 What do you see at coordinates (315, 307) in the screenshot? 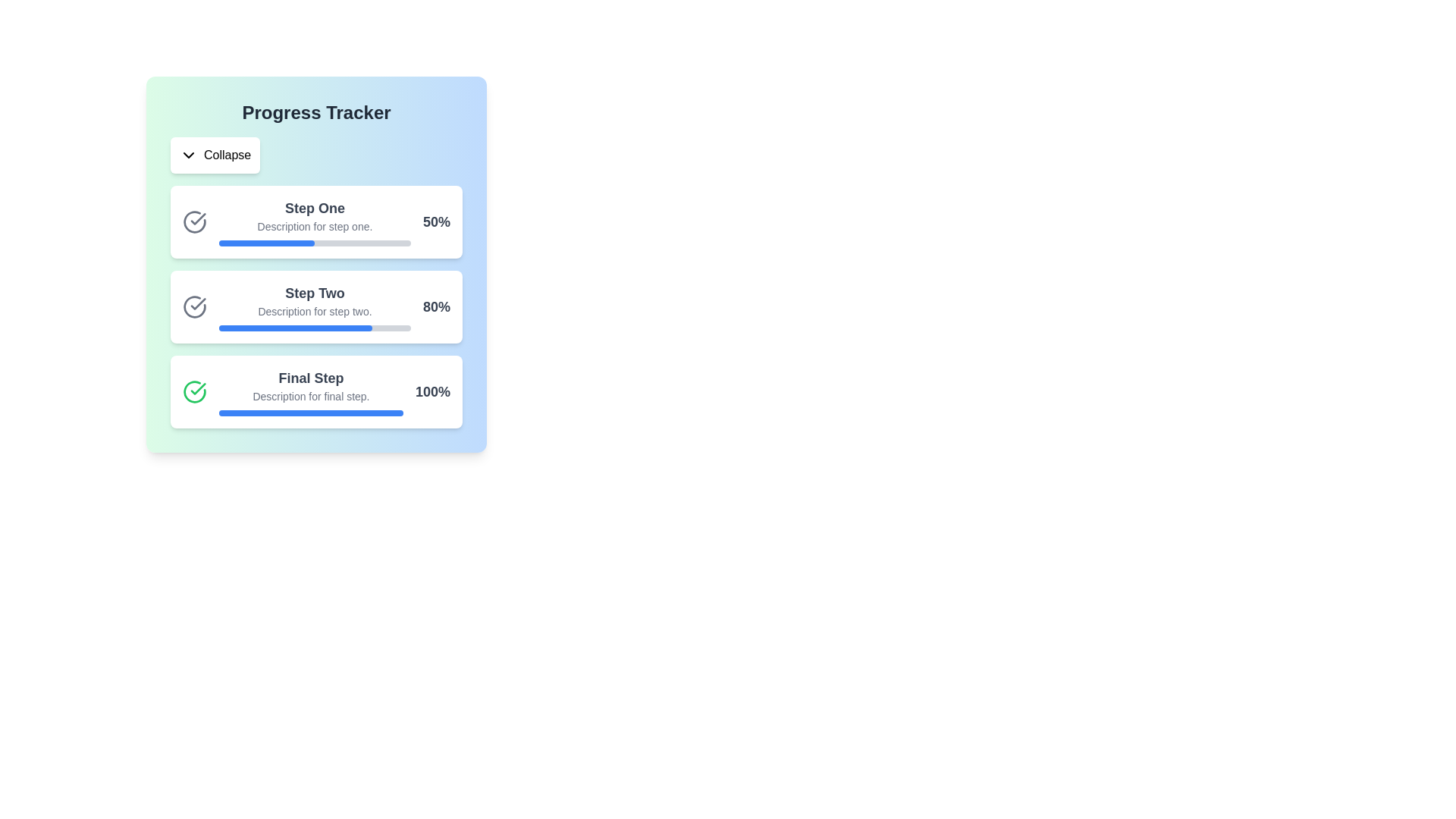
I see `the second progress indicator in the Progress Tracker section, which displays a step title, description, and percentage value` at bounding box center [315, 307].